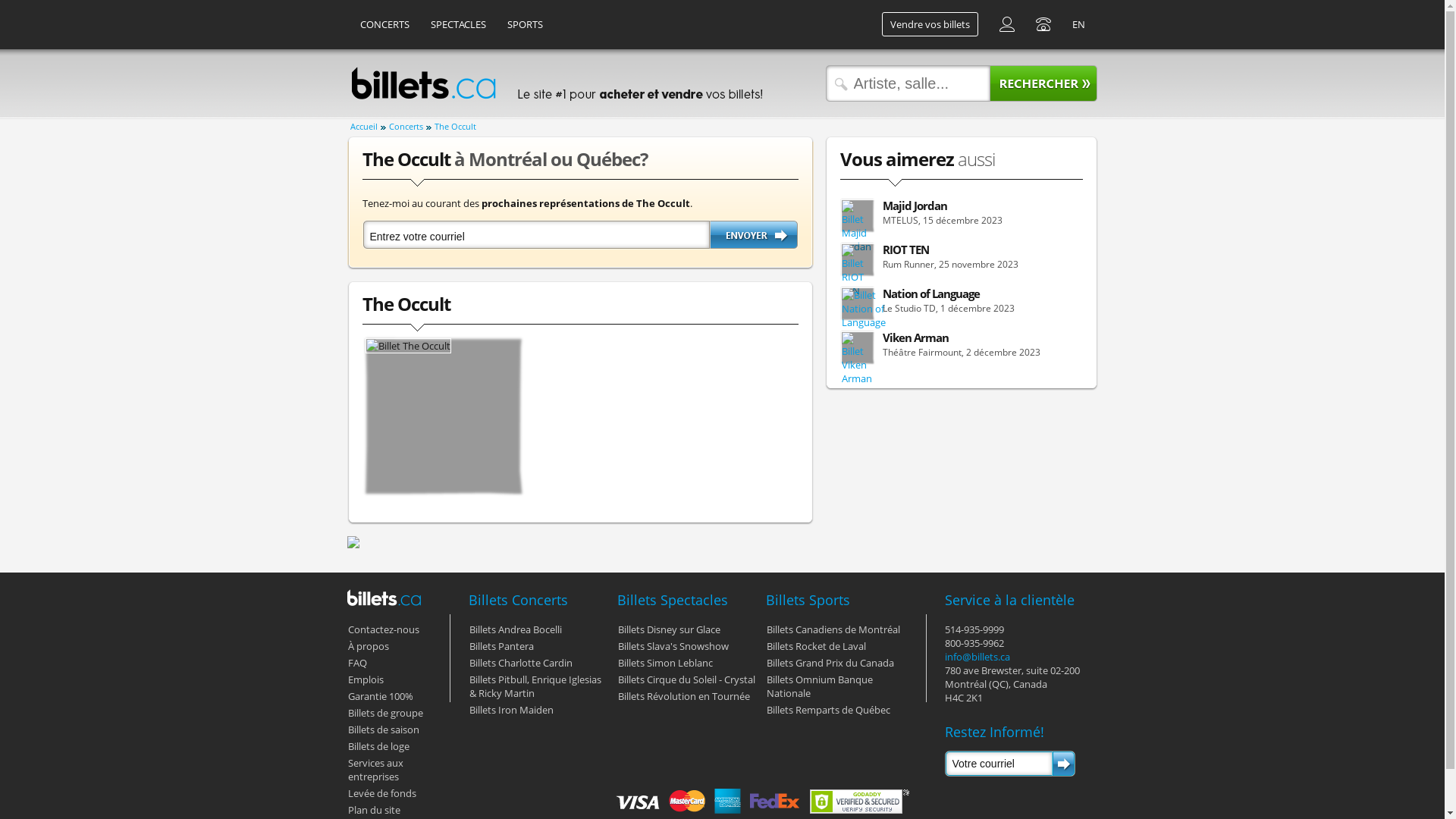 The width and height of the screenshot is (1456, 819). What do you see at coordinates (468, 598) in the screenshot?
I see `'Billets Concerts'` at bounding box center [468, 598].